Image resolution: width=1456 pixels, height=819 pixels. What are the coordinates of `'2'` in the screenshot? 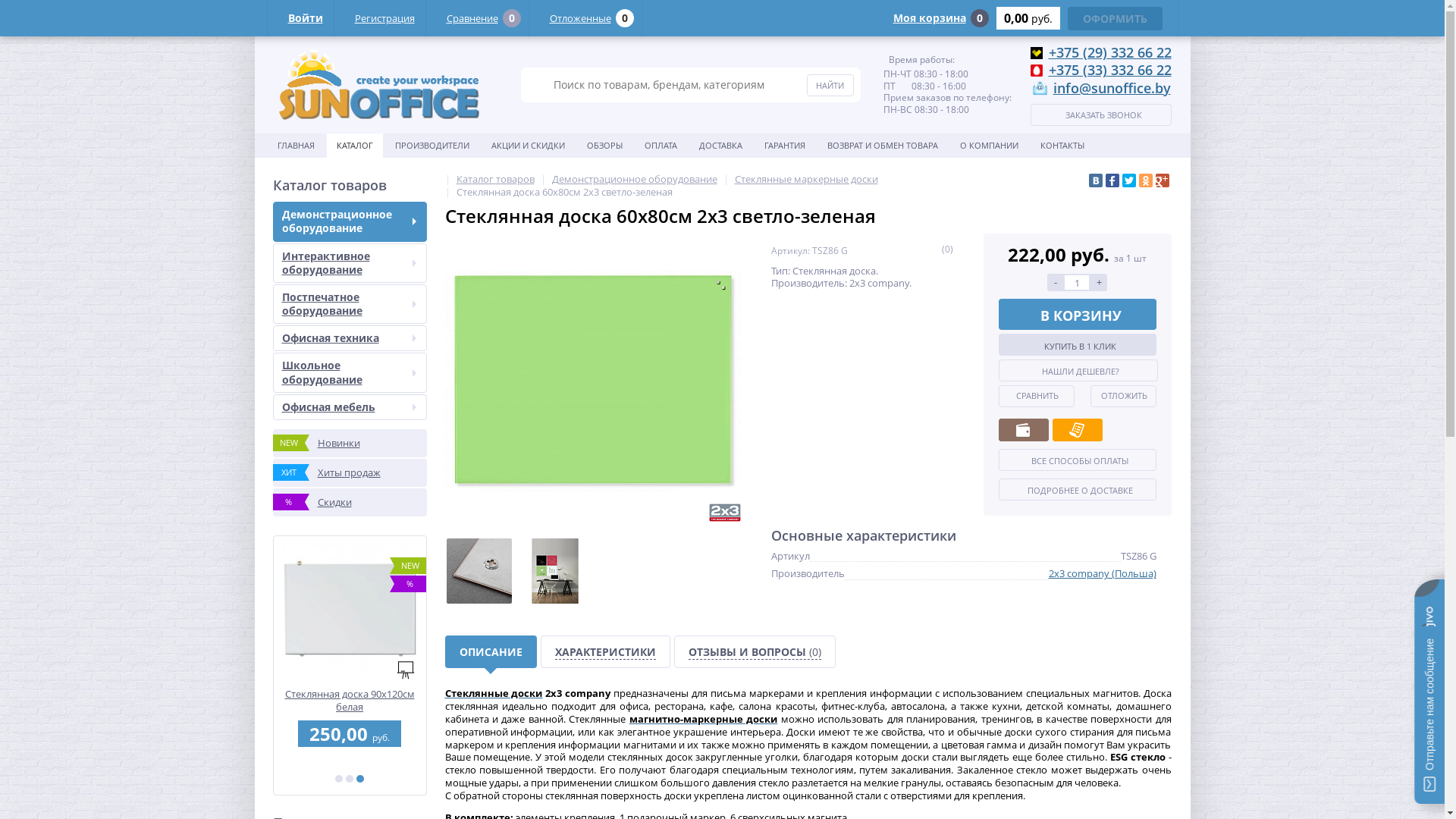 It's located at (348, 778).